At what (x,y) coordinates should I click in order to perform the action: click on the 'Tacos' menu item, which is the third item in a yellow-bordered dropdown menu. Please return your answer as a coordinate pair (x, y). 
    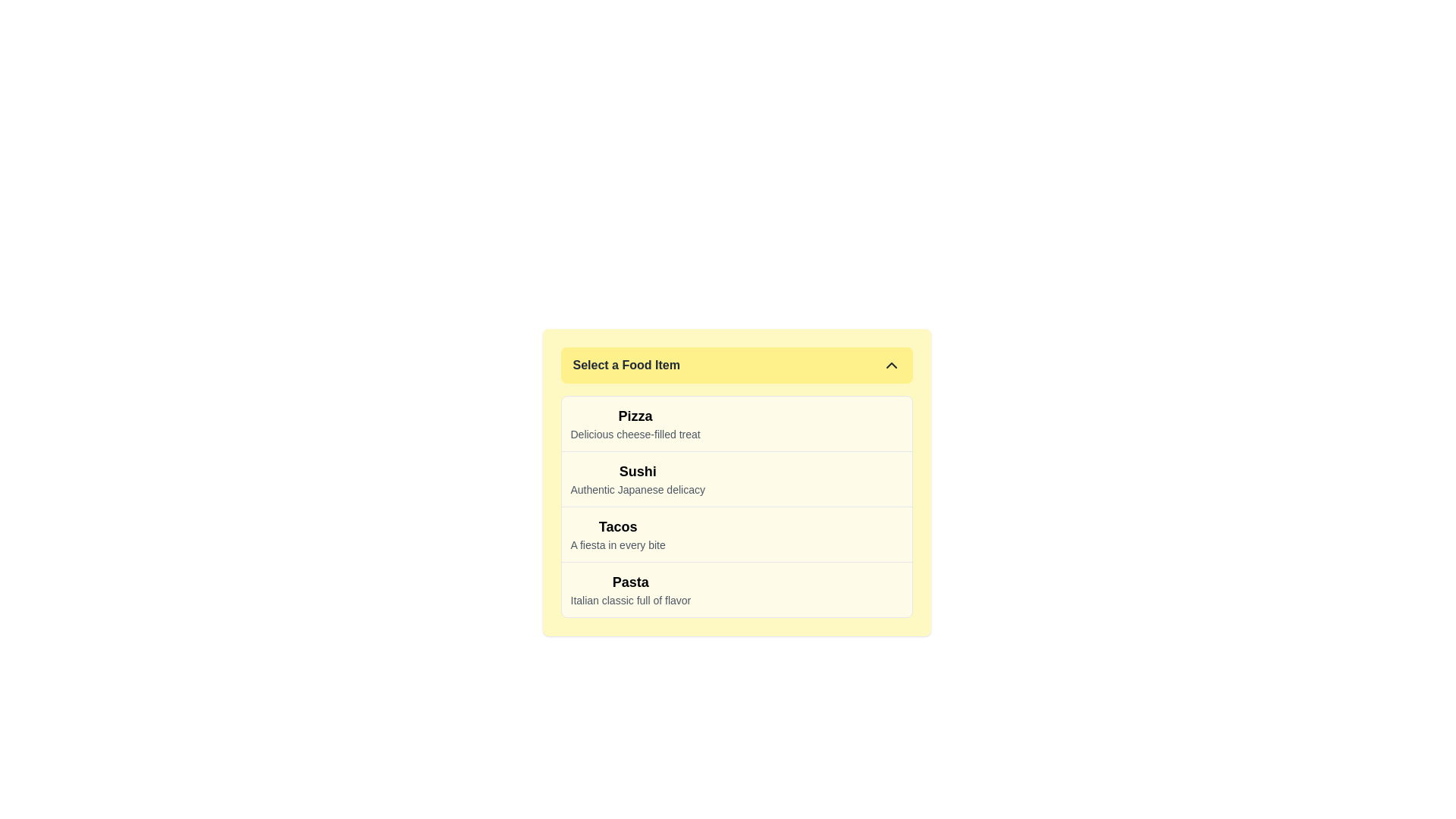
    Looking at the image, I should click on (736, 533).